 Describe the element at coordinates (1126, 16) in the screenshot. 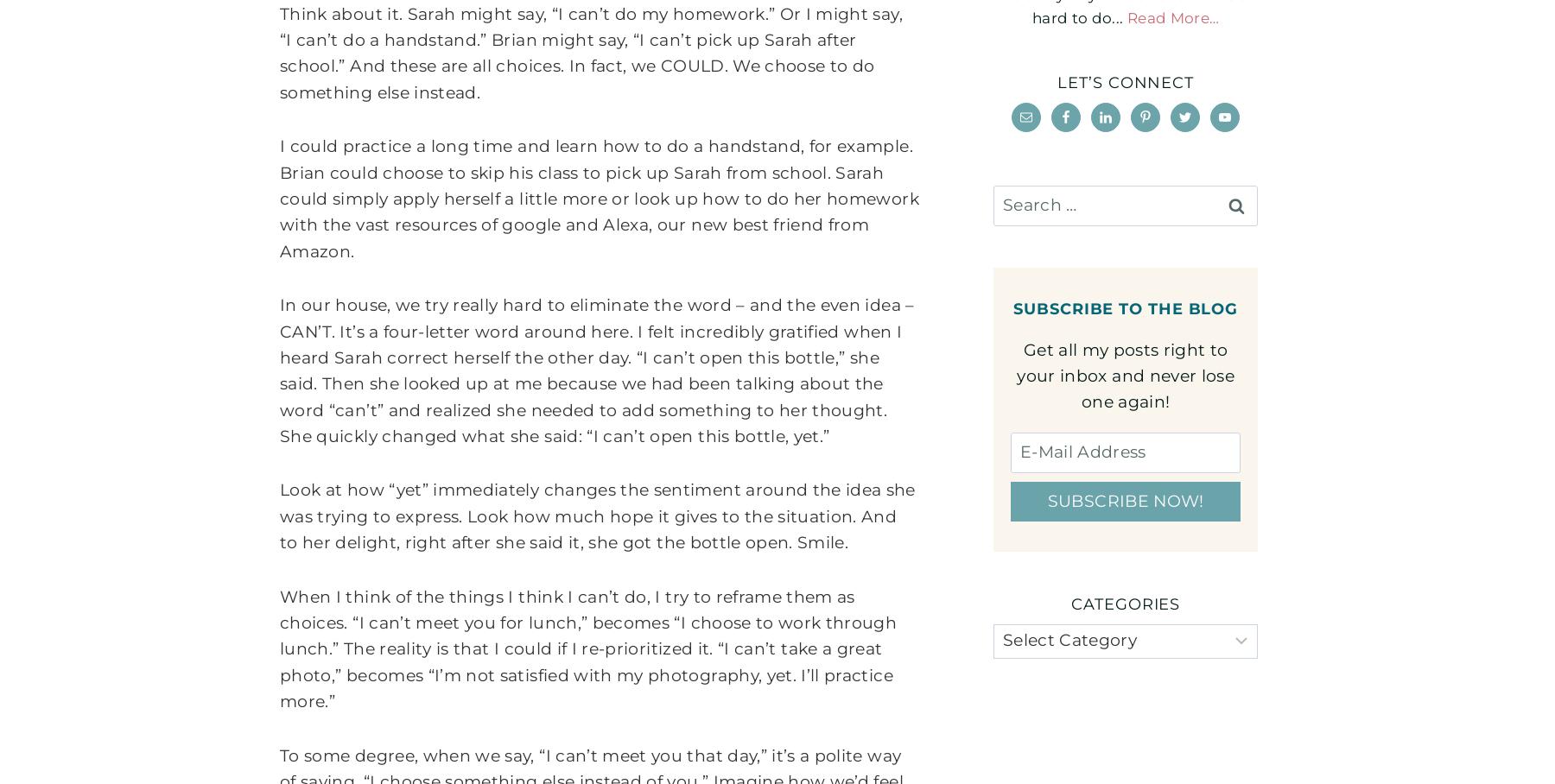

I see `'Read More…'` at that location.